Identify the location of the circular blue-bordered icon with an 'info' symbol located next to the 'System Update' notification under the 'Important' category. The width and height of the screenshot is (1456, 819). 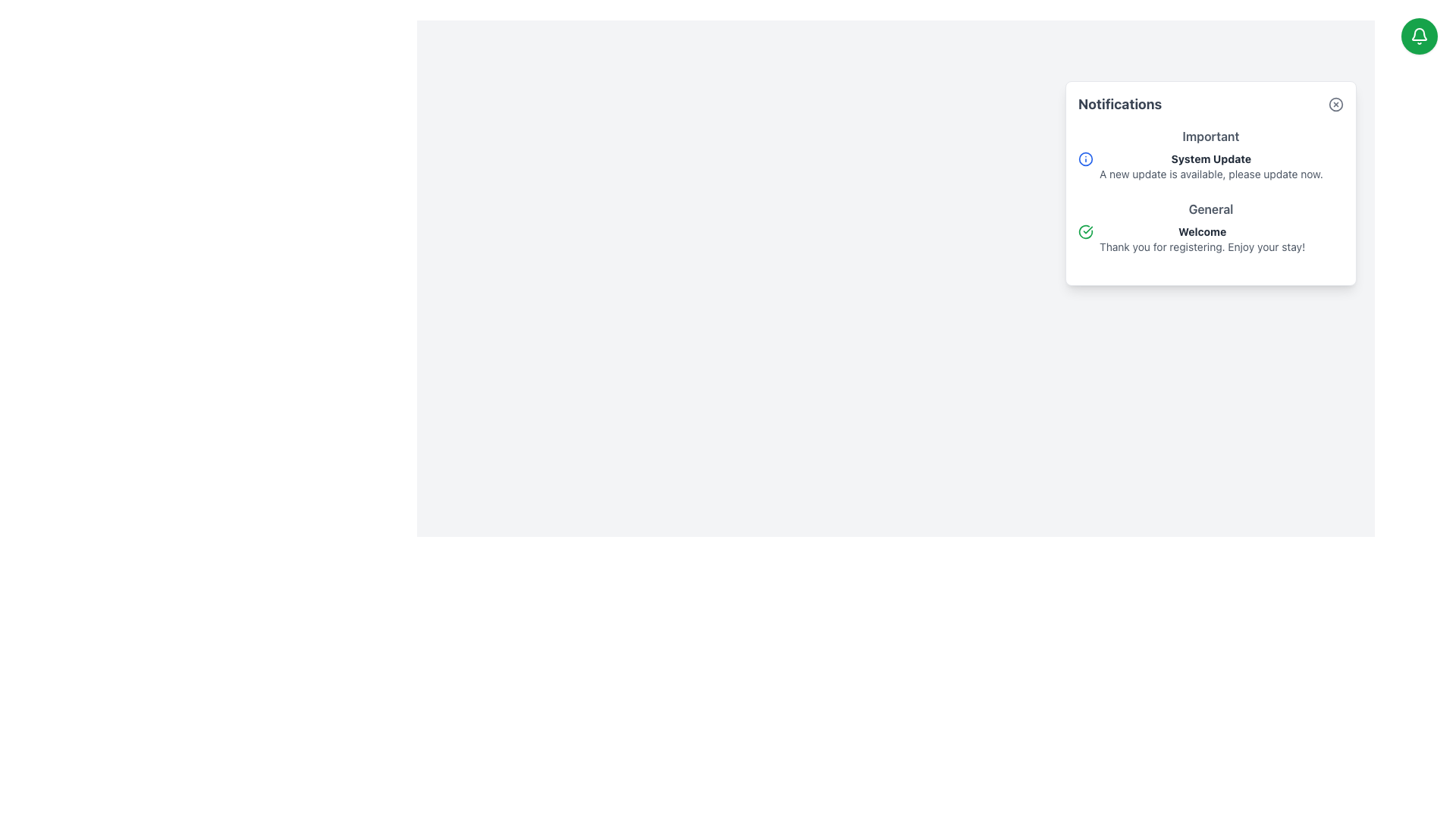
(1084, 158).